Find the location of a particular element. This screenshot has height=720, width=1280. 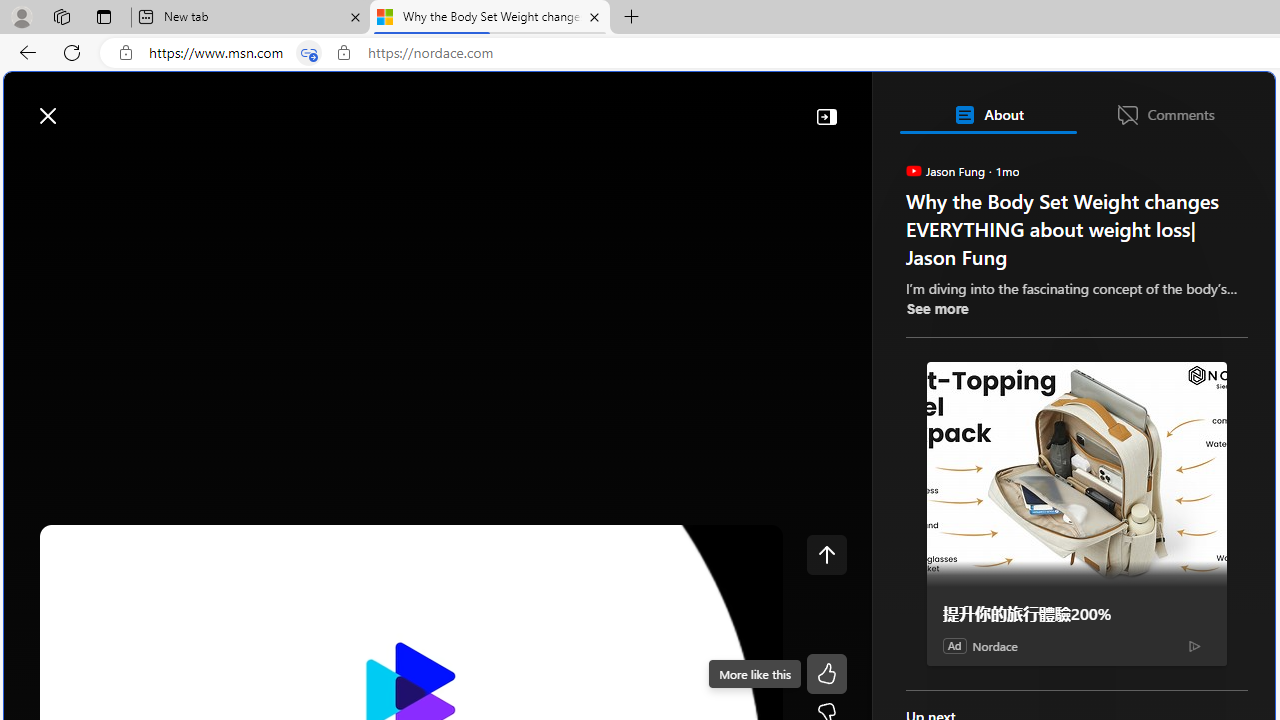

'Discover' is located at coordinates (83, 162).